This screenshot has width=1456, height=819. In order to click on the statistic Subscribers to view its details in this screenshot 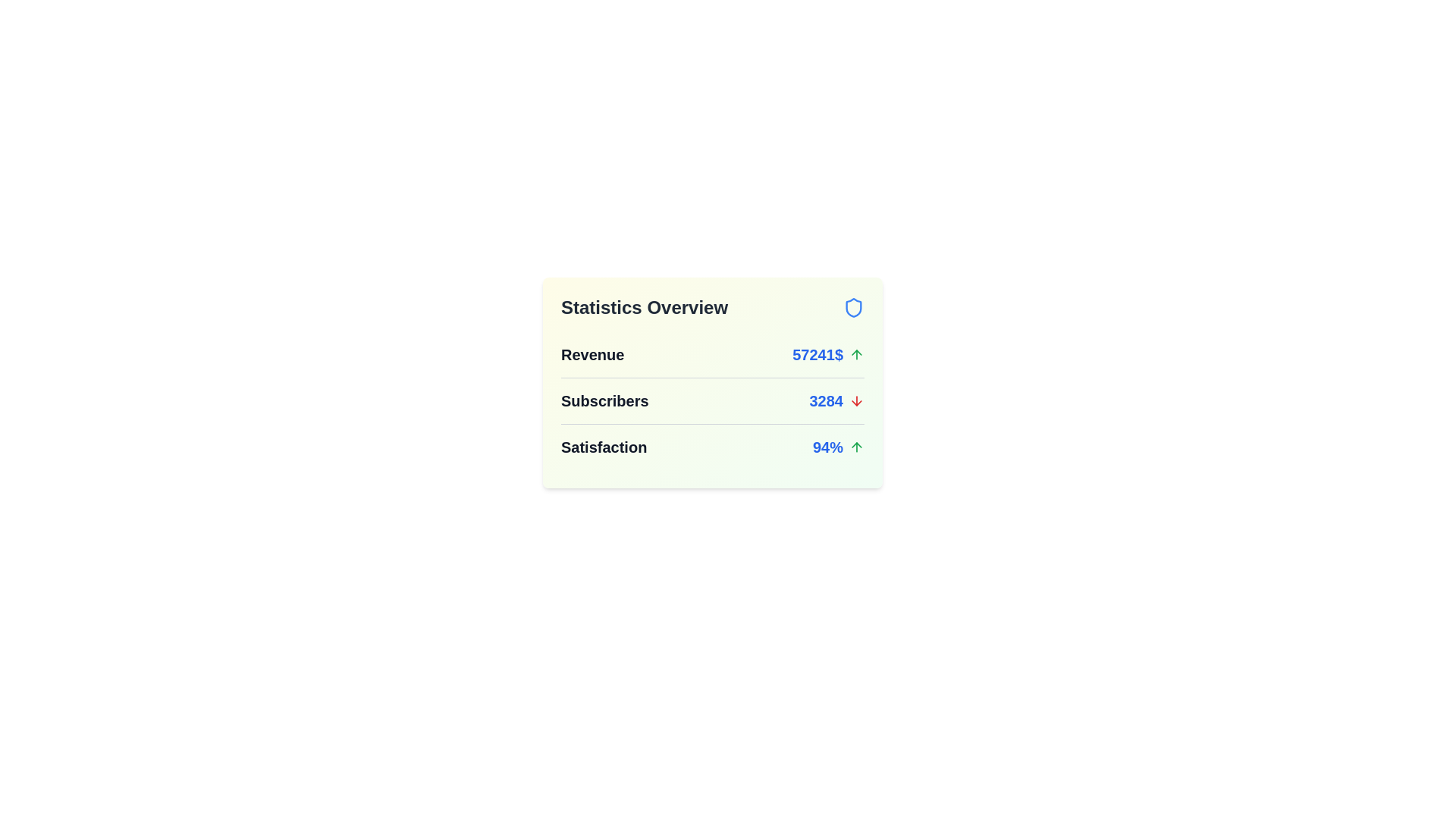, I will do `click(836, 400)`.